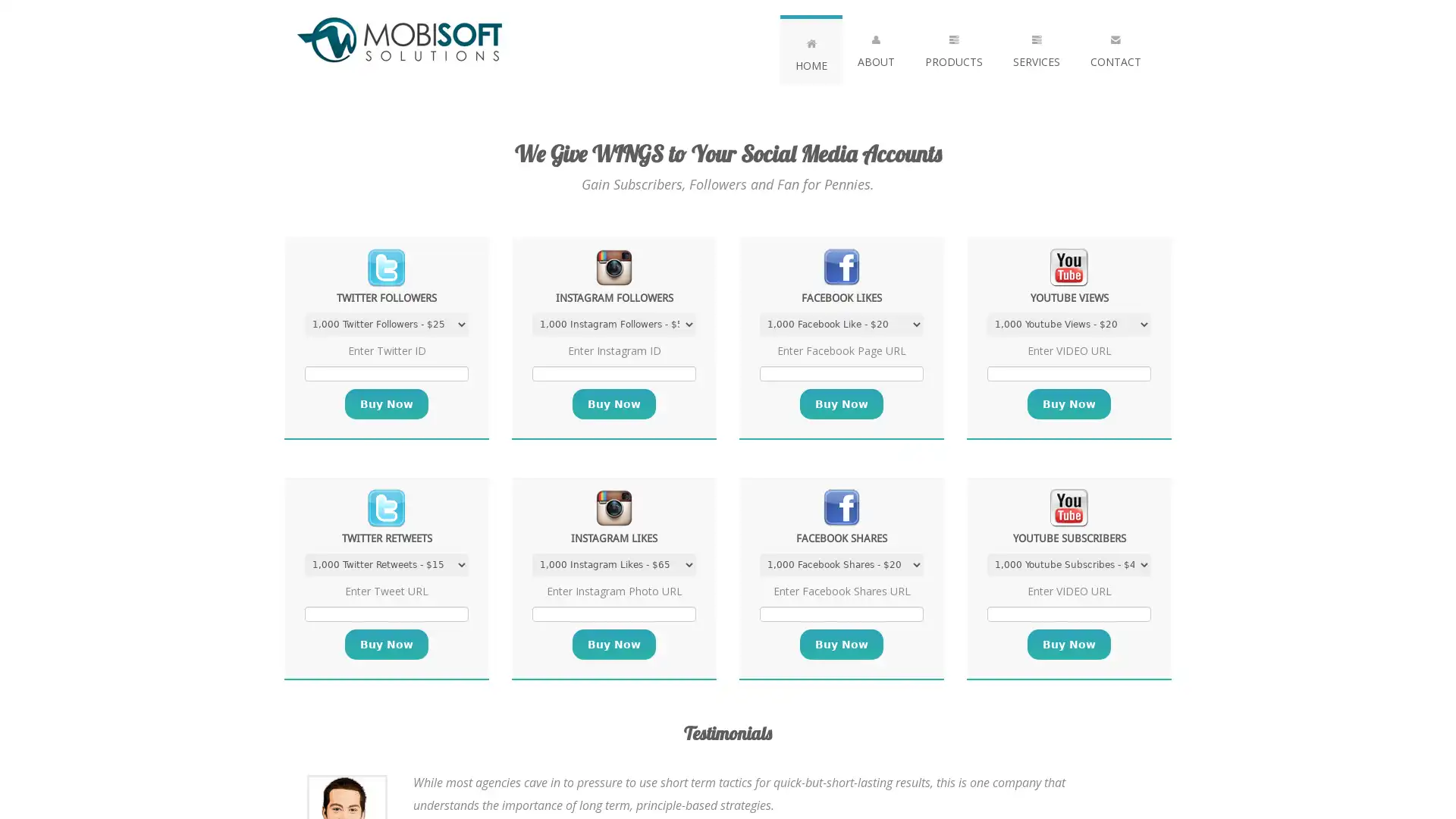 The height and width of the screenshot is (819, 1456). What do you see at coordinates (614, 644) in the screenshot?
I see `Buy Now` at bounding box center [614, 644].